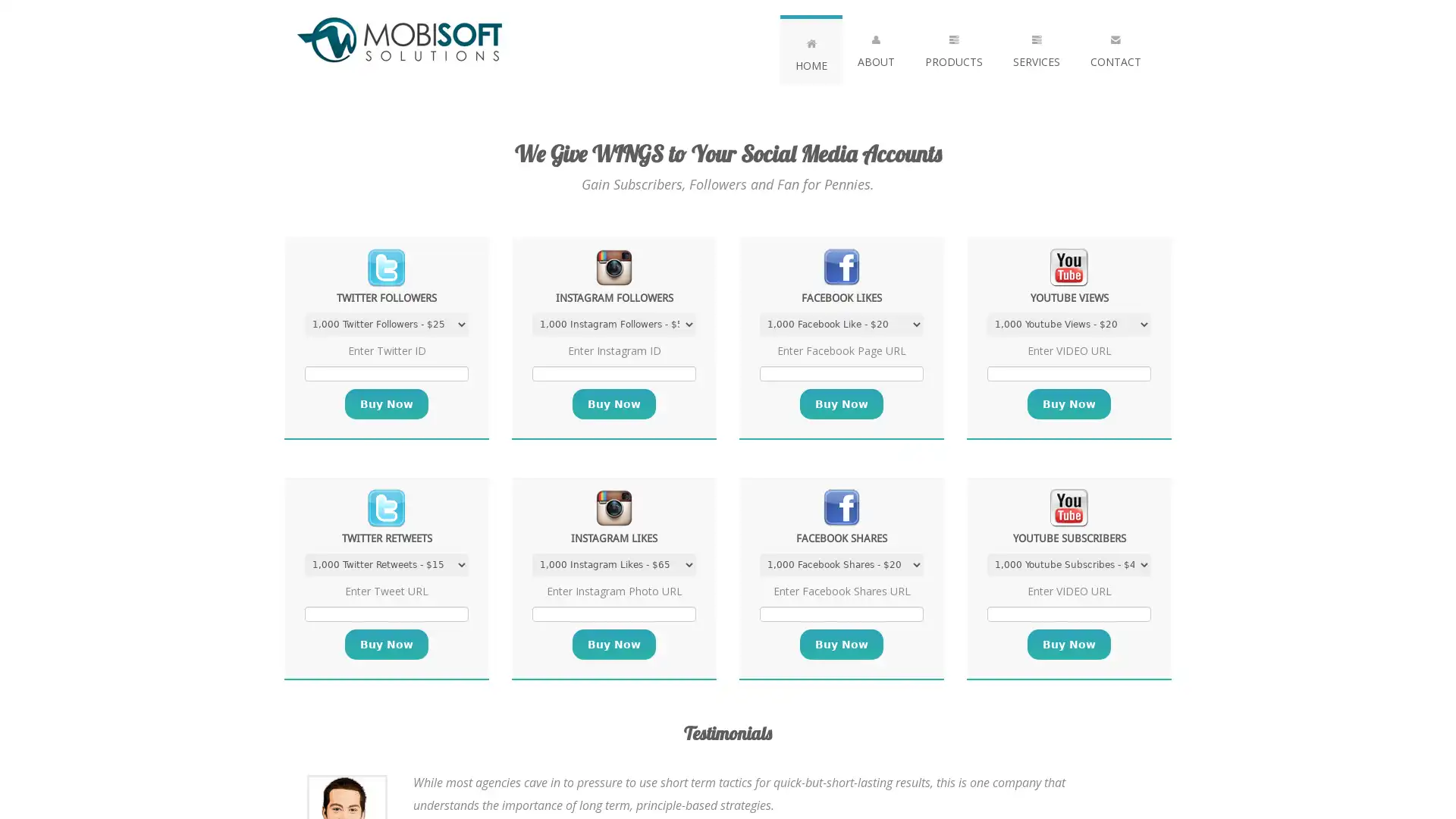 The height and width of the screenshot is (819, 1456). What do you see at coordinates (614, 644) in the screenshot?
I see `Buy Now` at bounding box center [614, 644].